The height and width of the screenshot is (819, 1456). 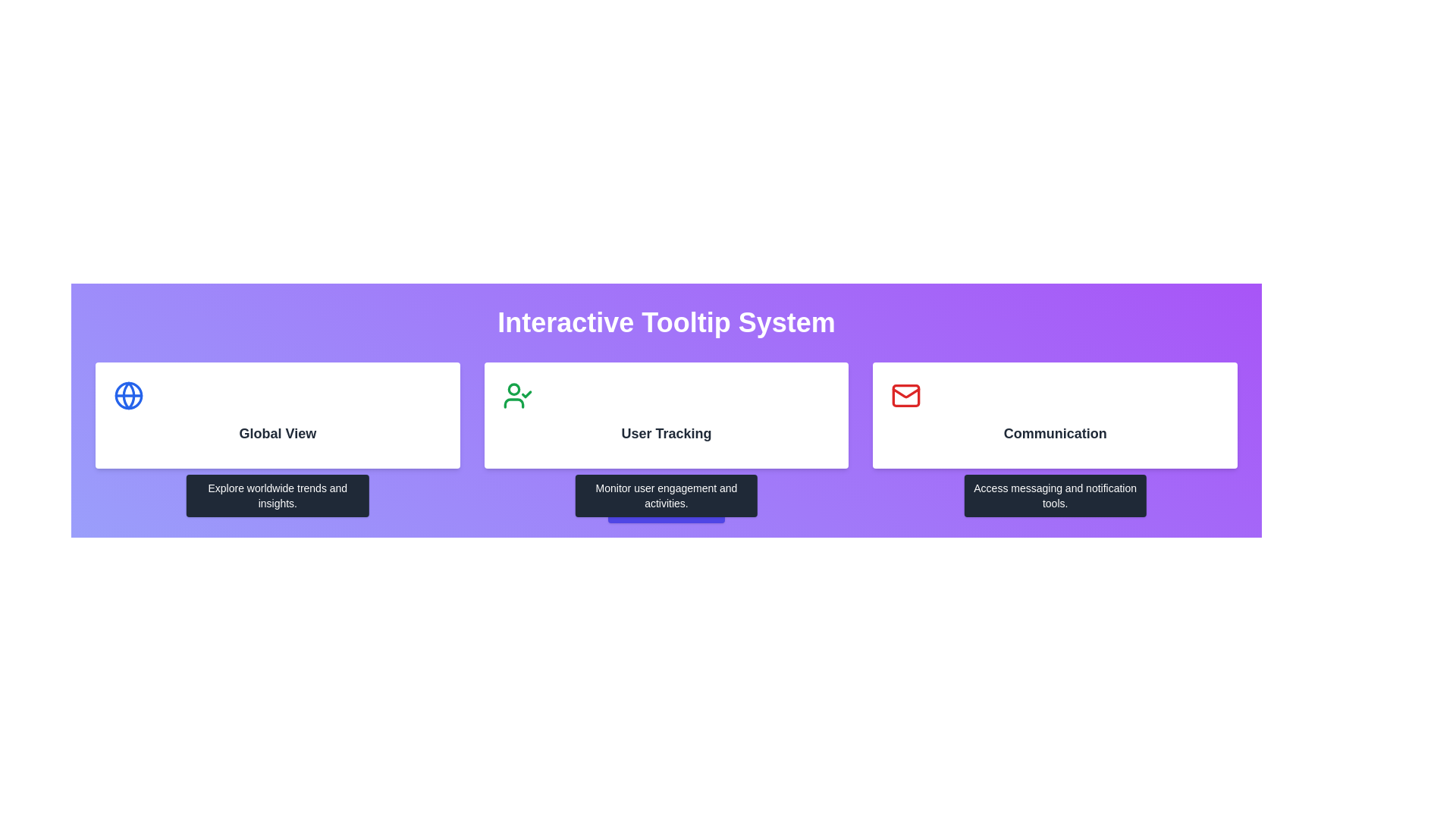 What do you see at coordinates (278, 433) in the screenshot?
I see `the 'Global View' text label, which is bold and slightly larger, located within a white rectangular widget beneath a globe icon` at bounding box center [278, 433].